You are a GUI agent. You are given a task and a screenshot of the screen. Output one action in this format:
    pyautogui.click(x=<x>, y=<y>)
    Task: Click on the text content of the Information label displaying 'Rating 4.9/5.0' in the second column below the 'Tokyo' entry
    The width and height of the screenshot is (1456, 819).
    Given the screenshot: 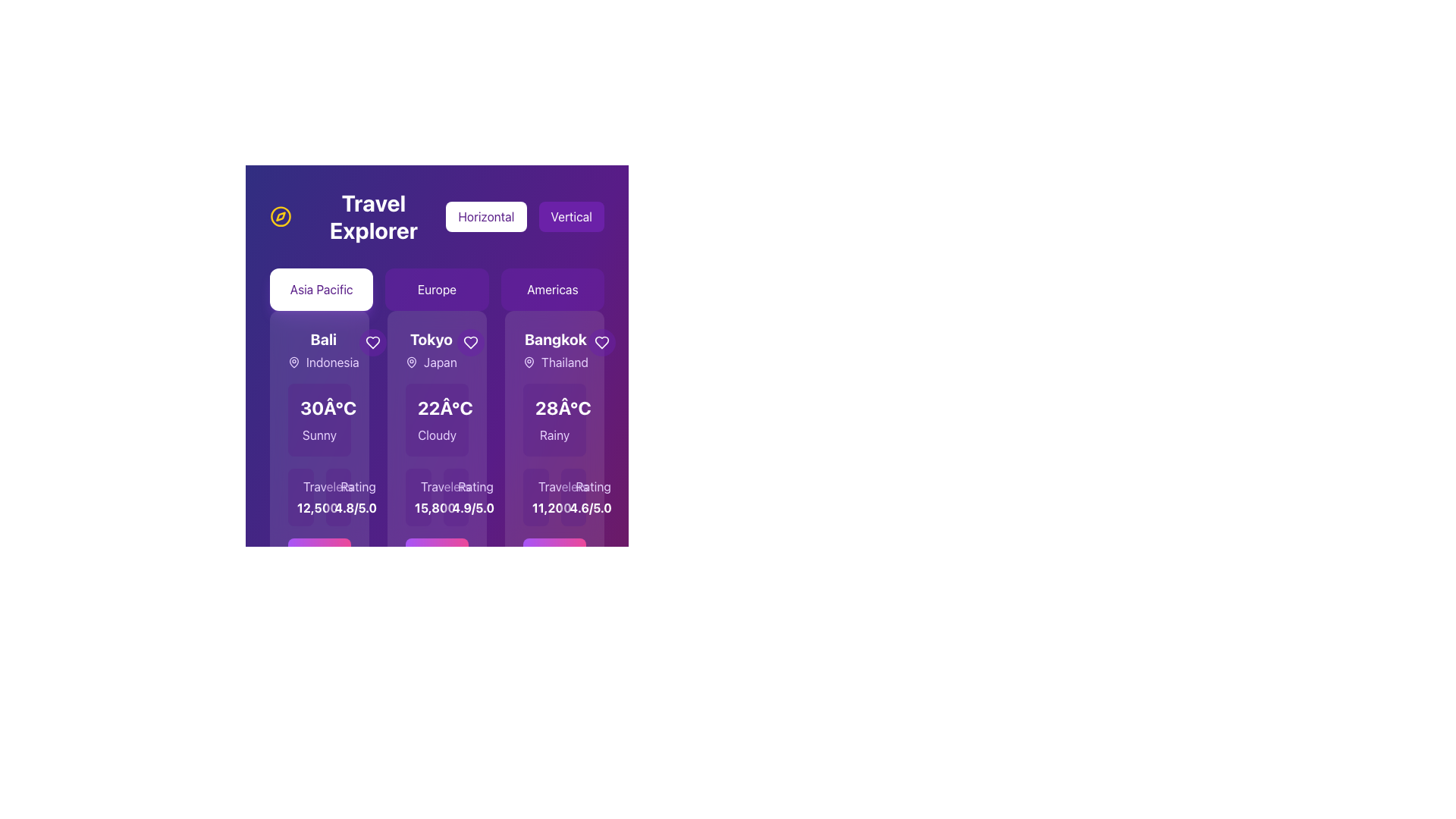 What is the action you would take?
    pyautogui.click(x=455, y=497)
    